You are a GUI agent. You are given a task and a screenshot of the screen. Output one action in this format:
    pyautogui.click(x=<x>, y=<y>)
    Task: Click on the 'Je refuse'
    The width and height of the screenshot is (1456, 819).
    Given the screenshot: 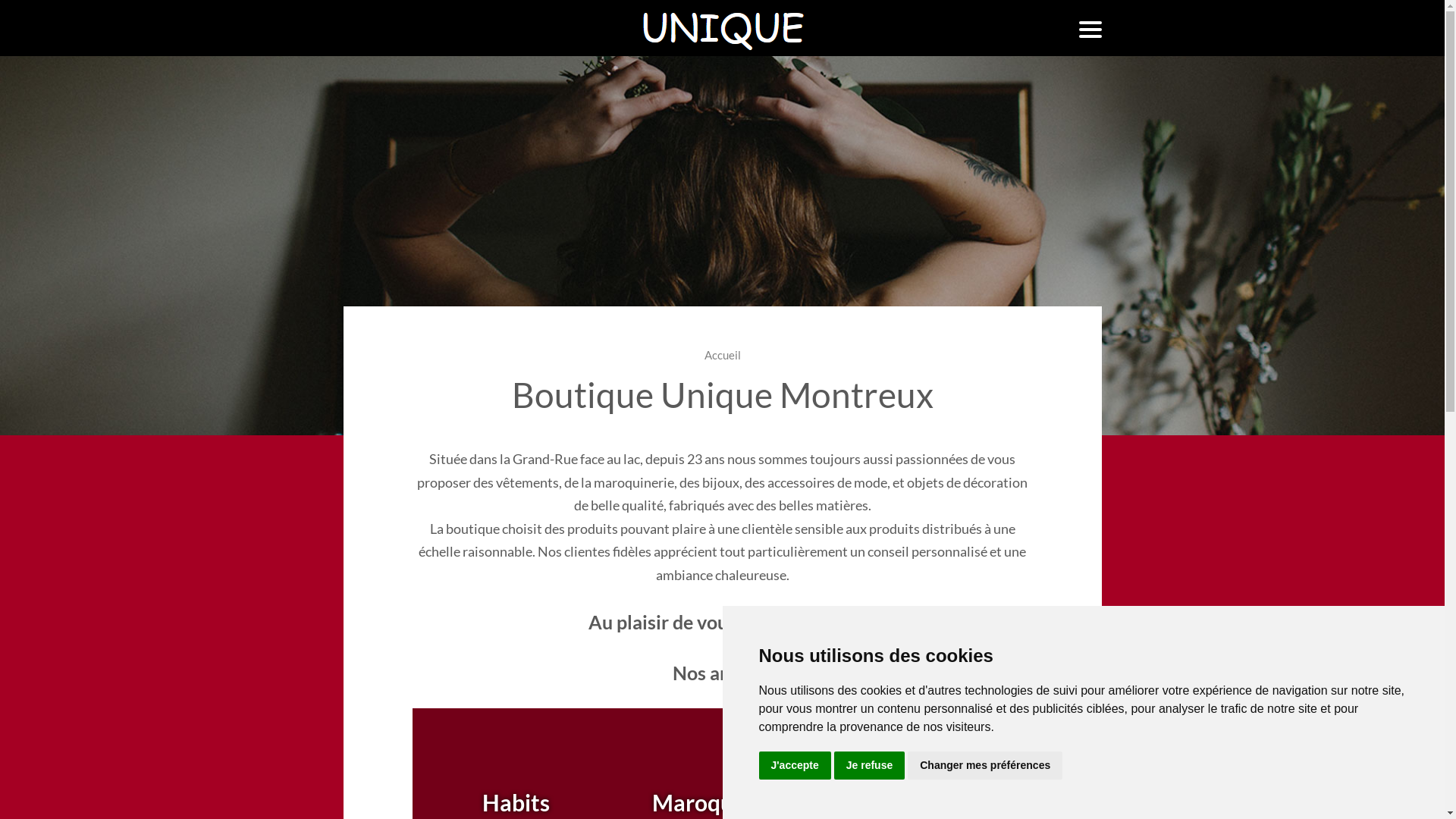 What is the action you would take?
    pyautogui.click(x=833, y=765)
    